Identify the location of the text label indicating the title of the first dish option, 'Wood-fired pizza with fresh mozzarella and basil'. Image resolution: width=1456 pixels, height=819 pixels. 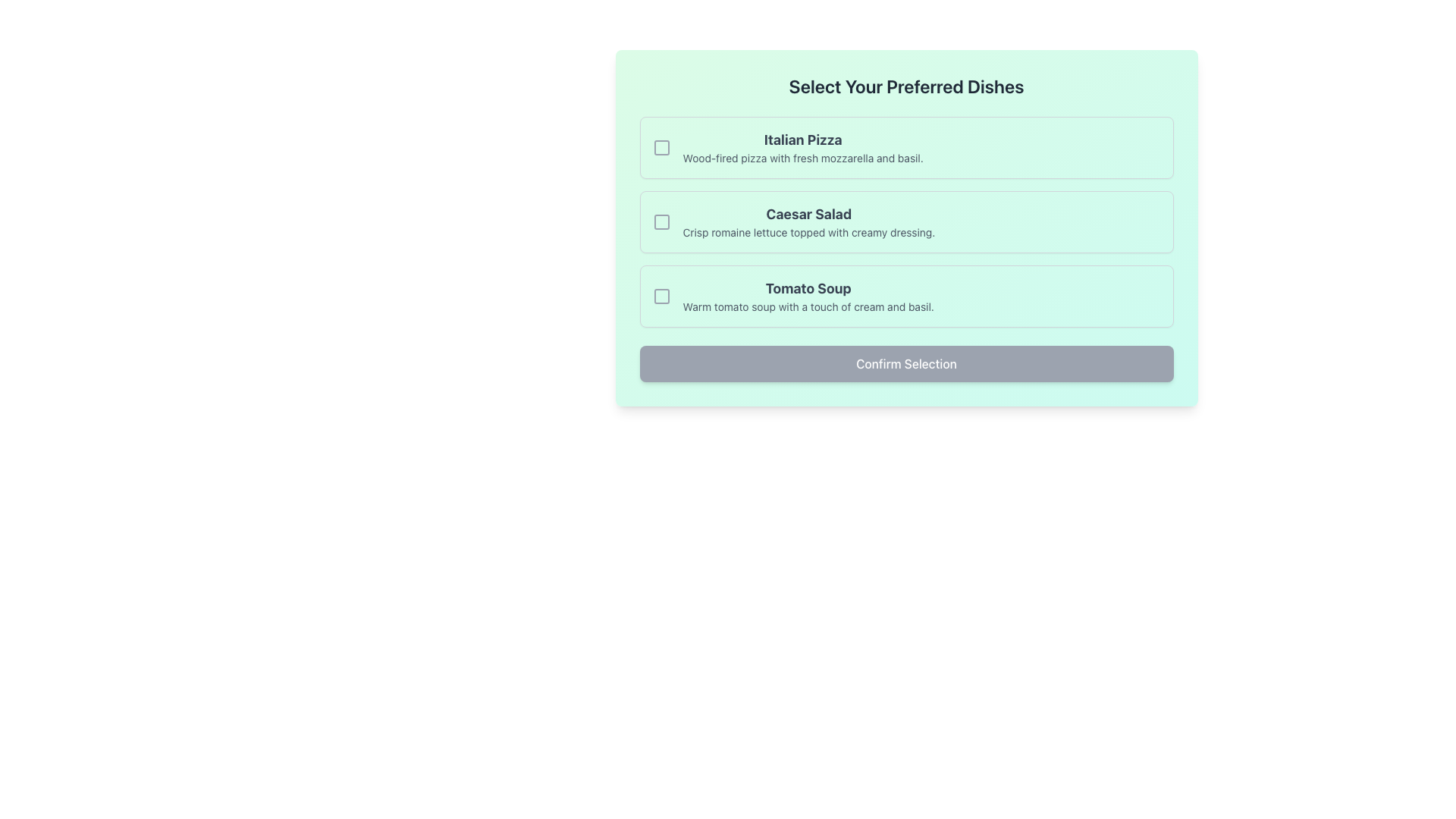
(802, 140).